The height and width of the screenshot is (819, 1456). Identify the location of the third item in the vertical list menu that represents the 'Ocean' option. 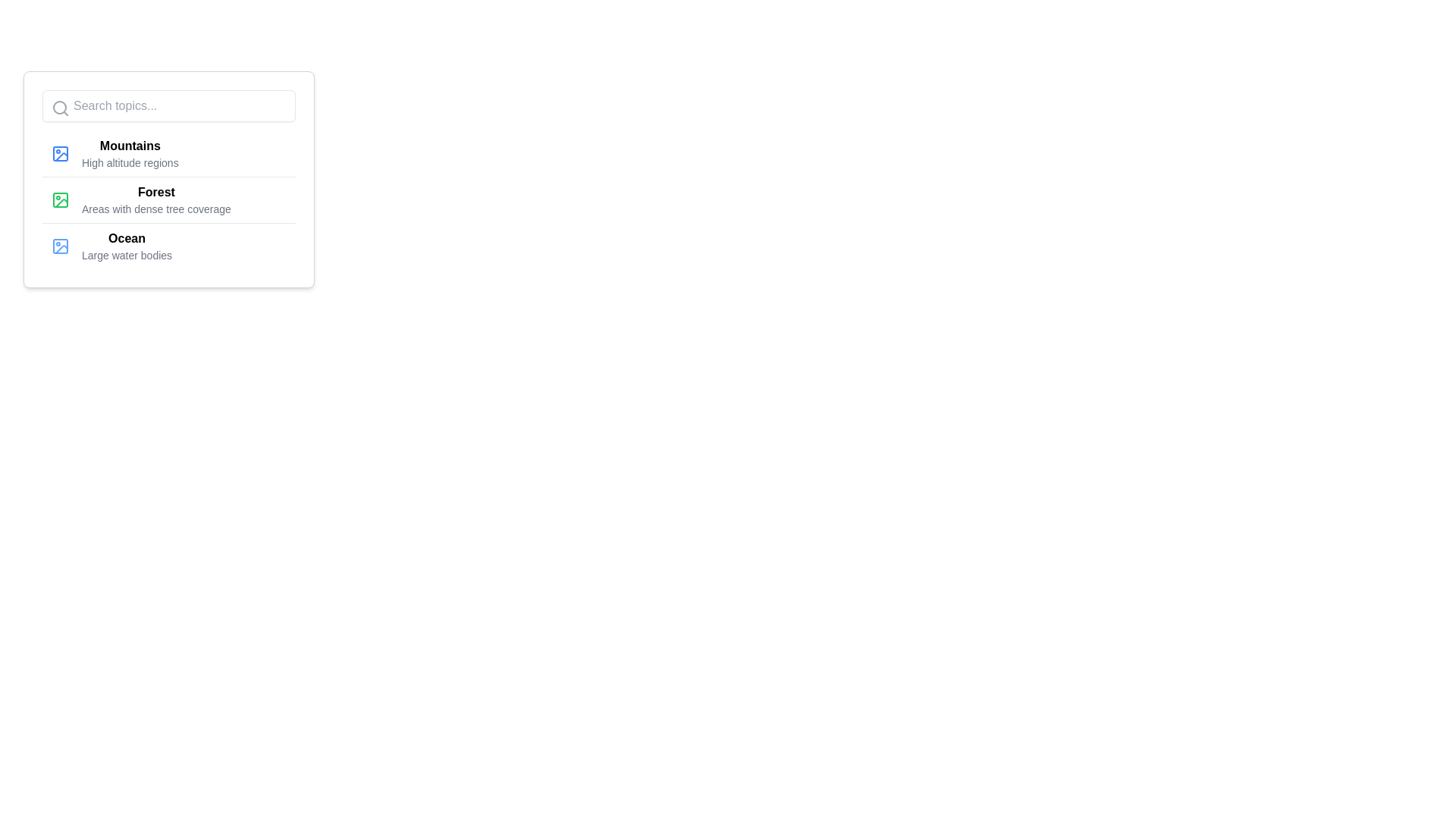
(127, 245).